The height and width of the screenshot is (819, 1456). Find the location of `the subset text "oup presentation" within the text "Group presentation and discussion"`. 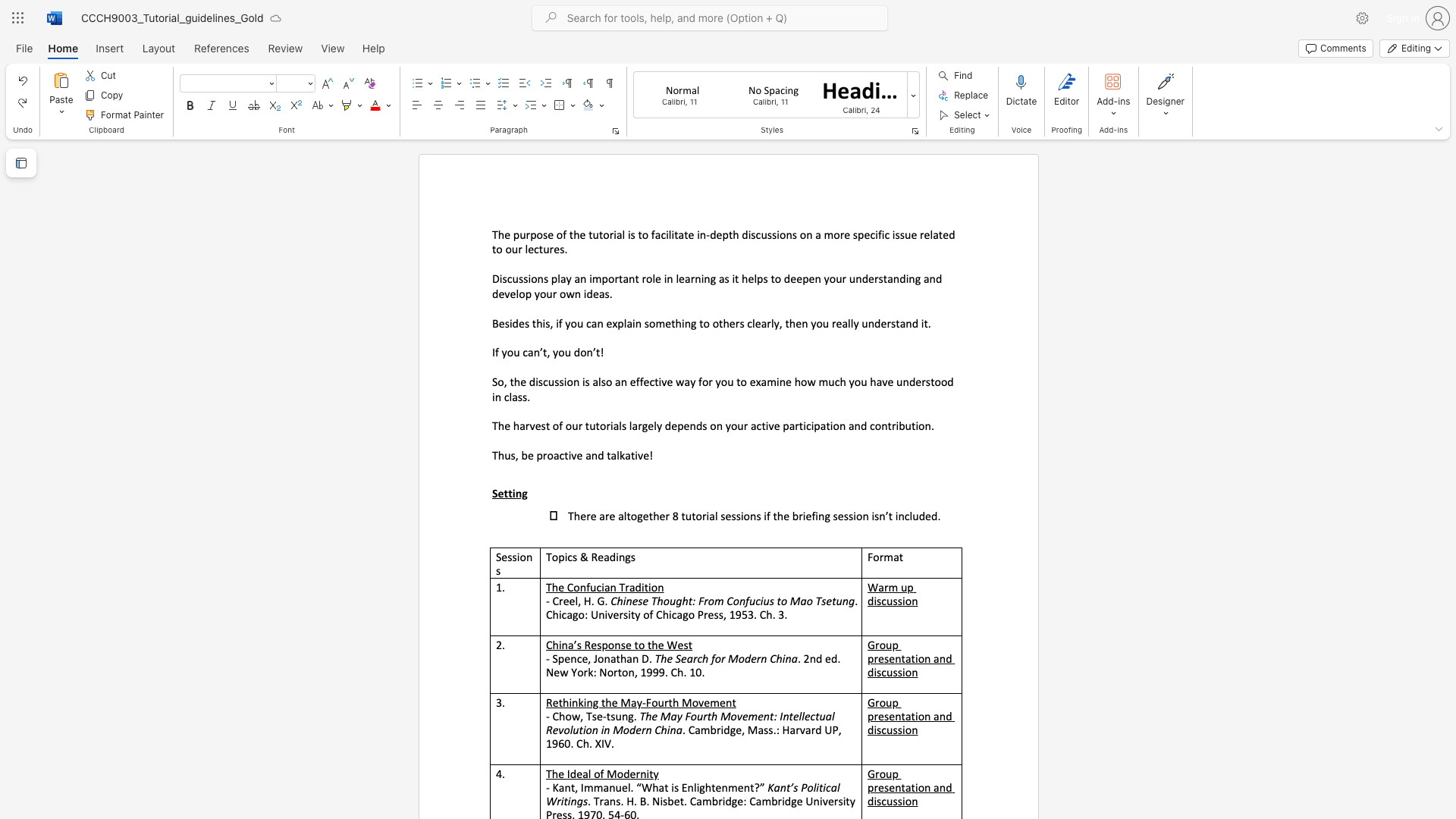

the subset text "oup presentation" within the text "Group presentation and discussion" is located at coordinates (879, 702).